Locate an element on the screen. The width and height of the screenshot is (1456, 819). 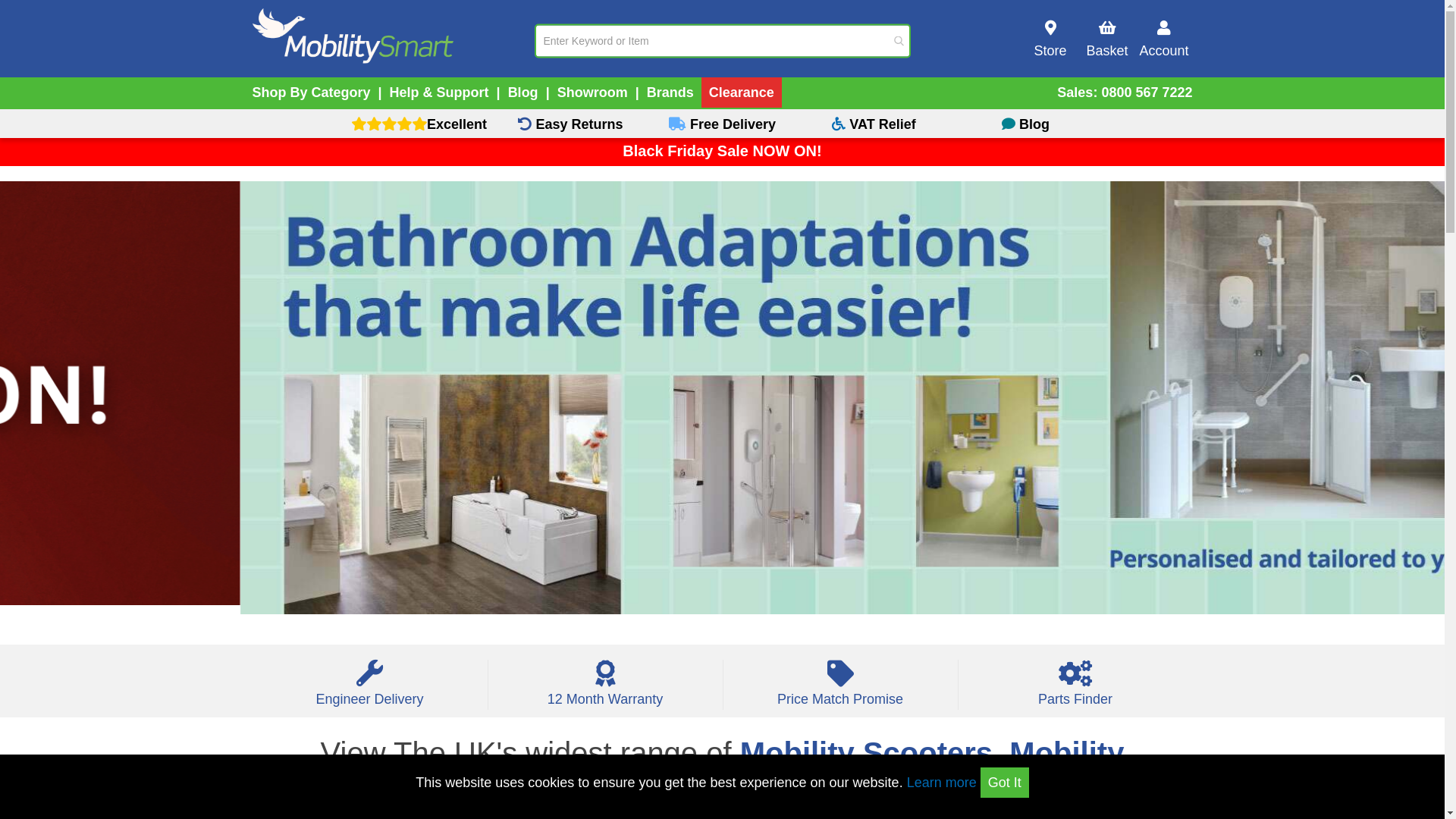
'Showroom' is located at coordinates (591, 93).